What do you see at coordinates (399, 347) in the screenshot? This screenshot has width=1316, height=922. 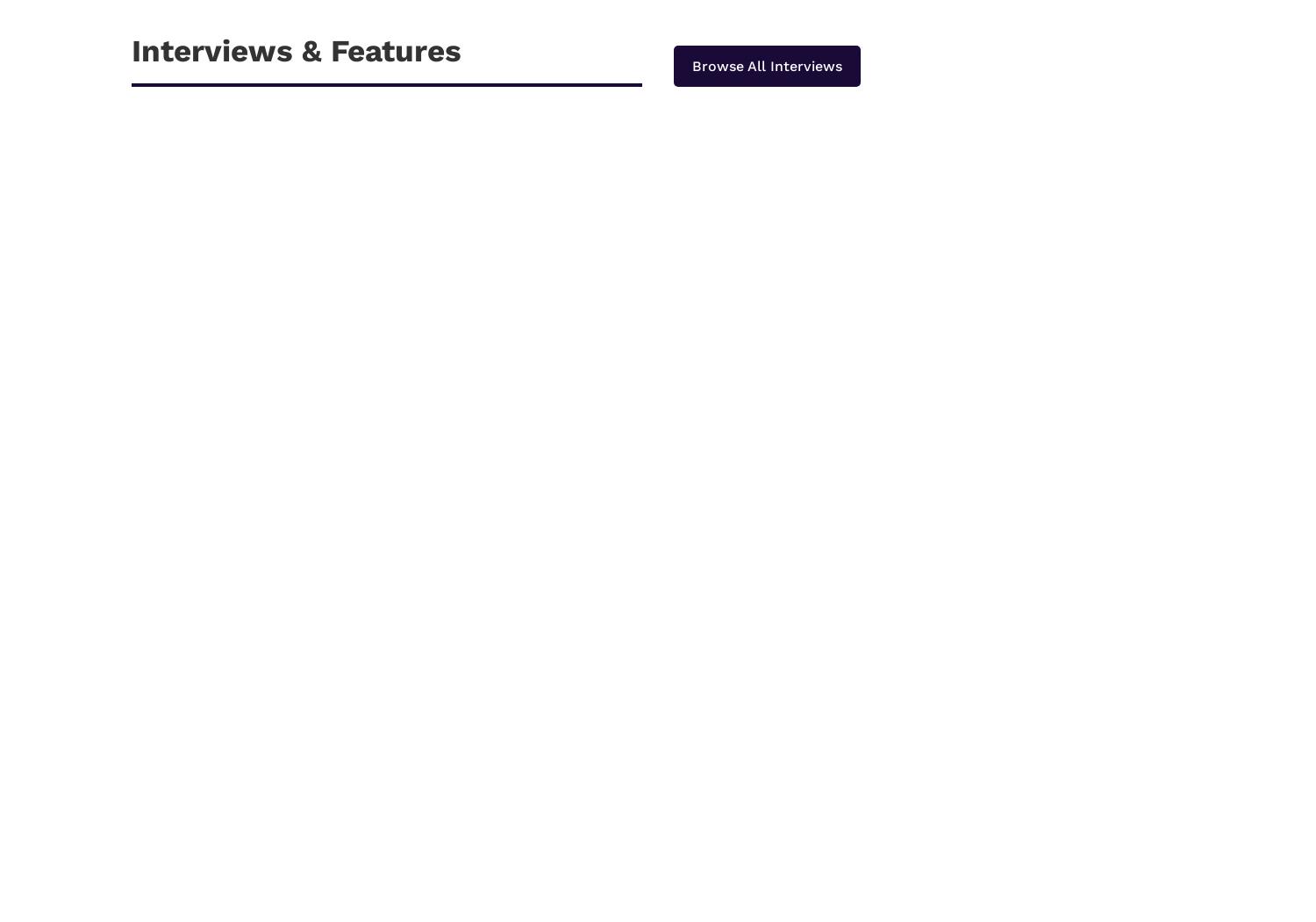 I see `'3 Reasons Why It is a Must to Hire an eCommerce Design Agency'` at bounding box center [399, 347].